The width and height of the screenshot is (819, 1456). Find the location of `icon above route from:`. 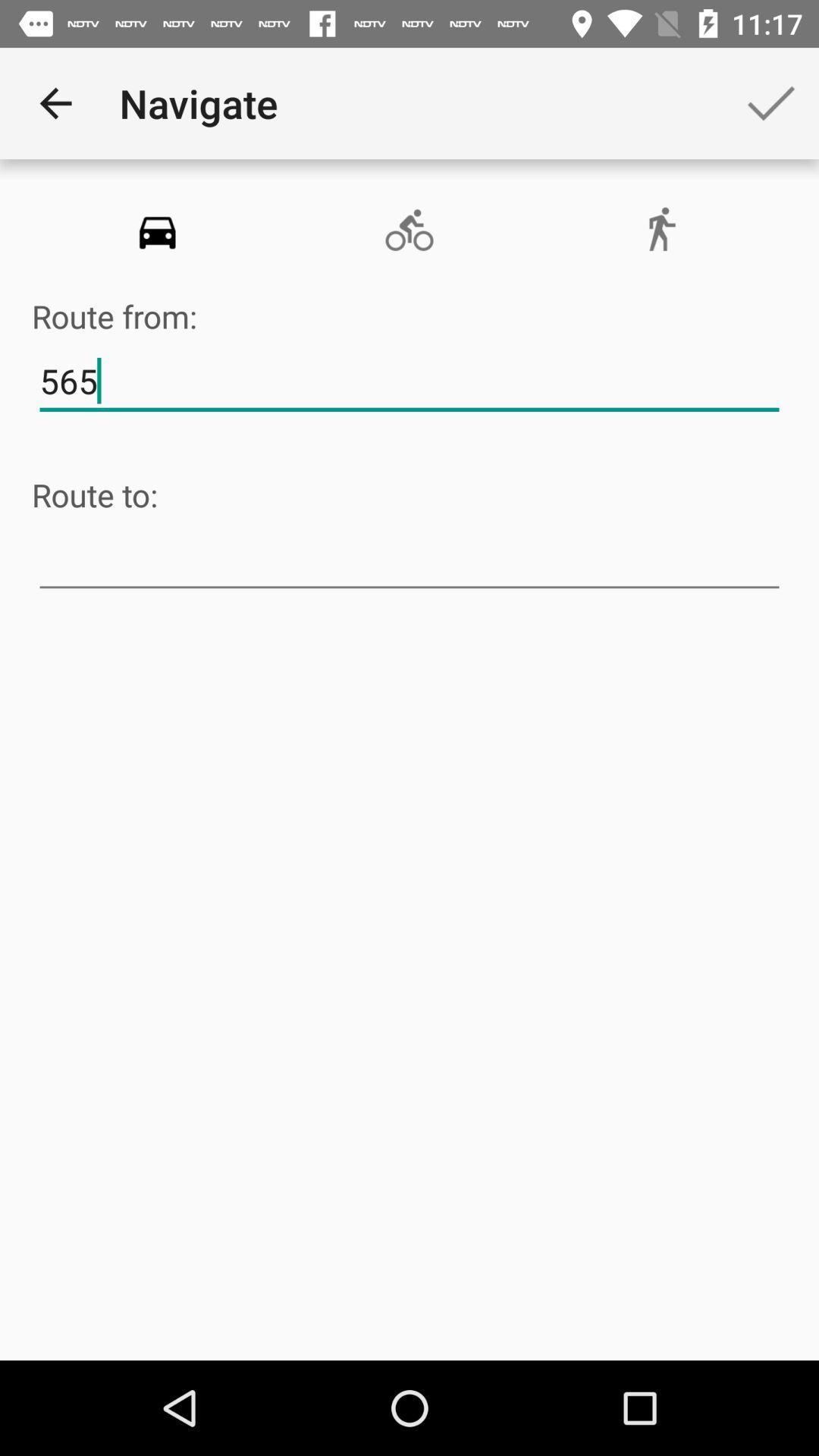

icon above route from: is located at coordinates (157, 230).